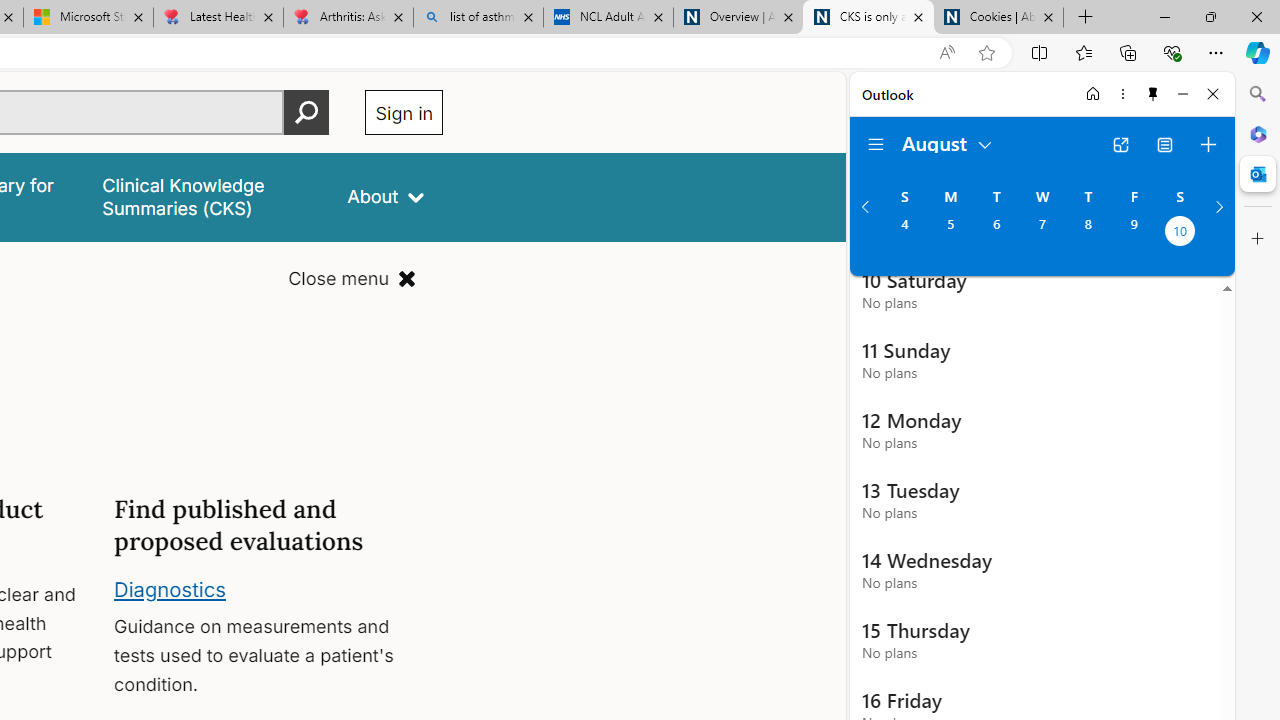 The image size is (1280, 720). What do you see at coordinates (947, 141) in the screenshot?
I see `'August'` at bounding box center [947, 141].